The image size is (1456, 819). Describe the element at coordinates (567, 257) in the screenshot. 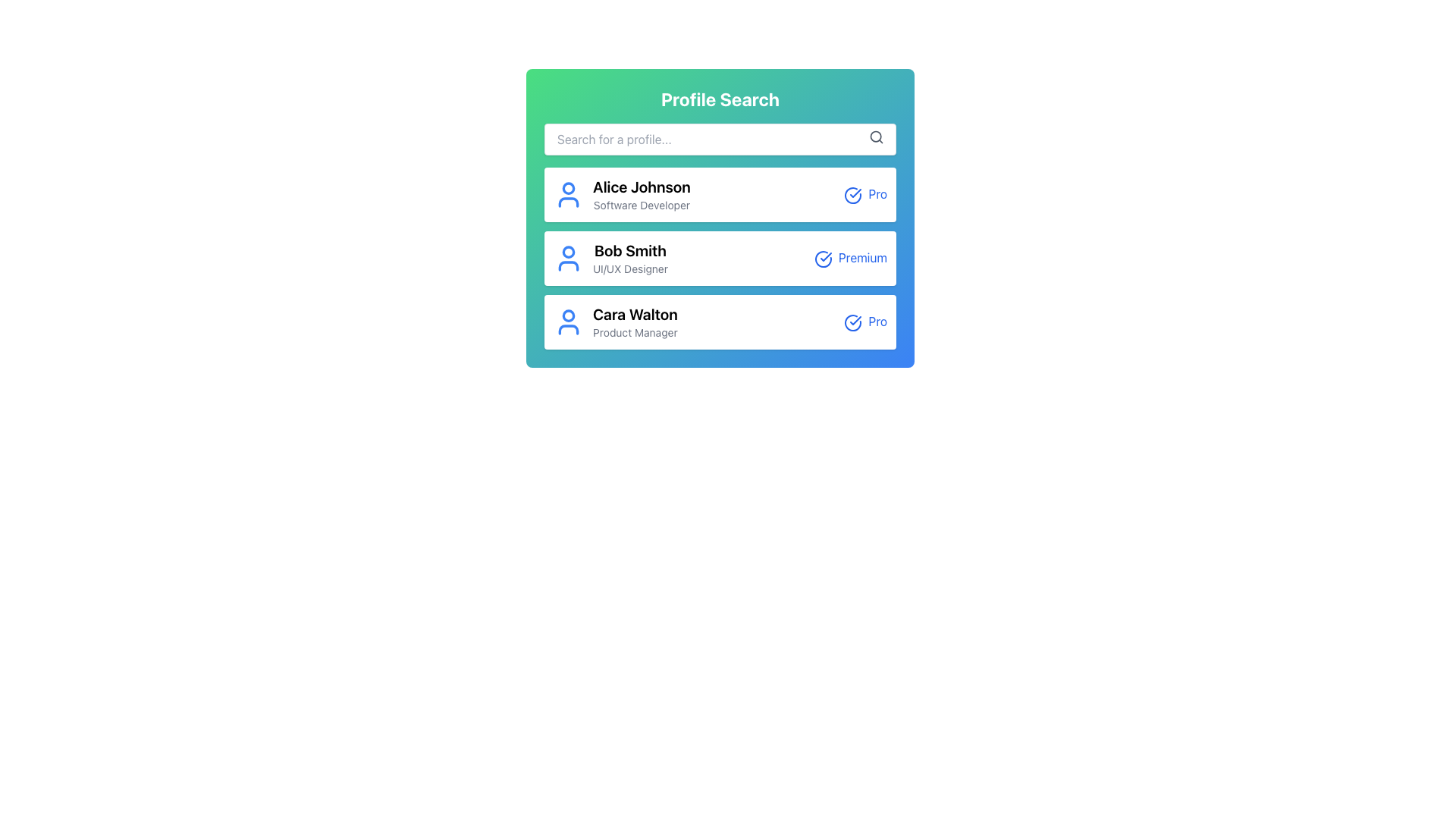

I see `the user profile icon located beside the text 'Bob Smith' in the row labeled 'Bob Smith UI/UX Designer Premium'` at that location.